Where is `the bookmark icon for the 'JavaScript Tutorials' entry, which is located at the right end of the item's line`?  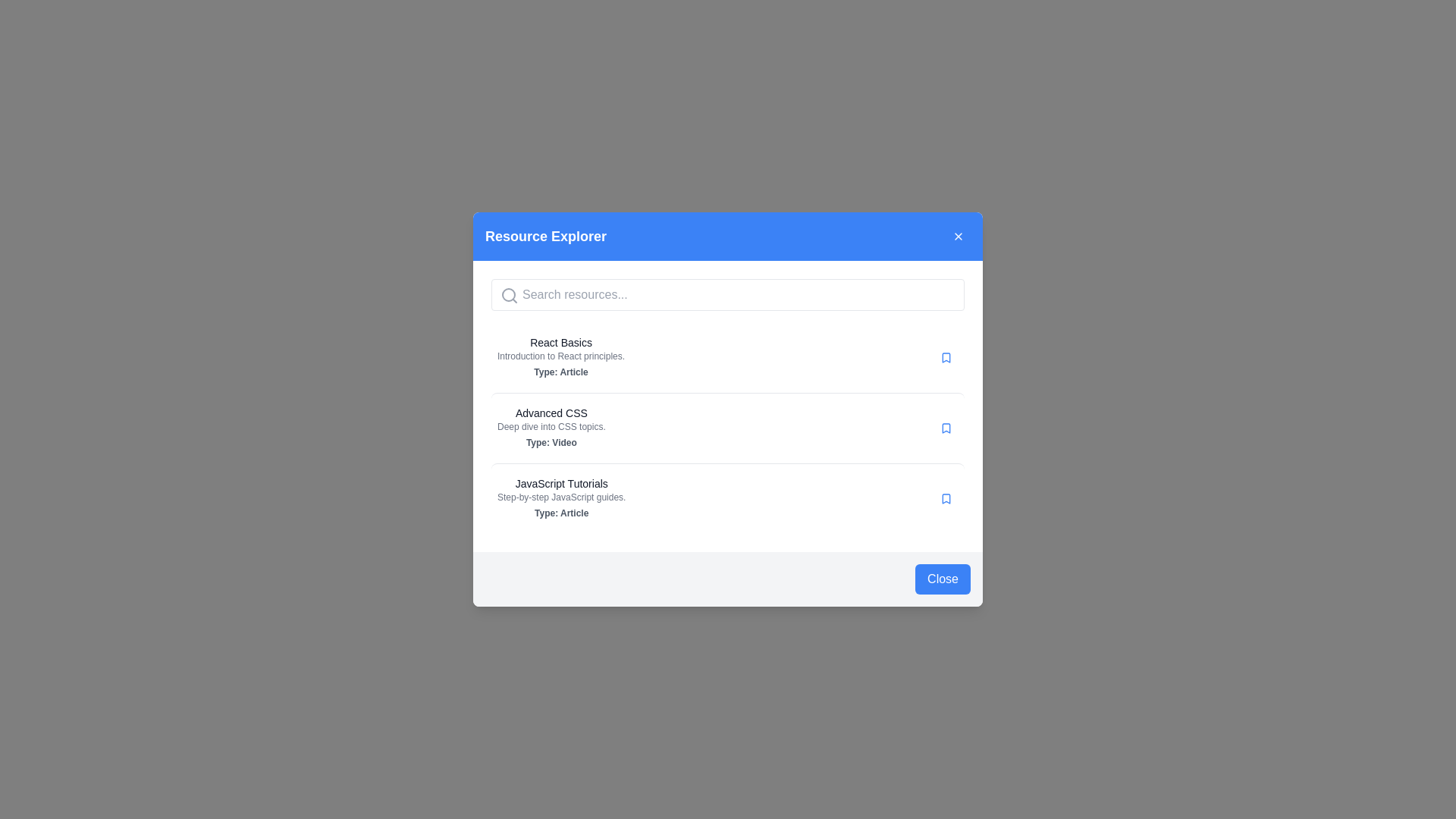
the bookmark icon for the 'JavaScript Tutorials' entry, which is located at the right end of the item's line is located at coordinates (946, 499).